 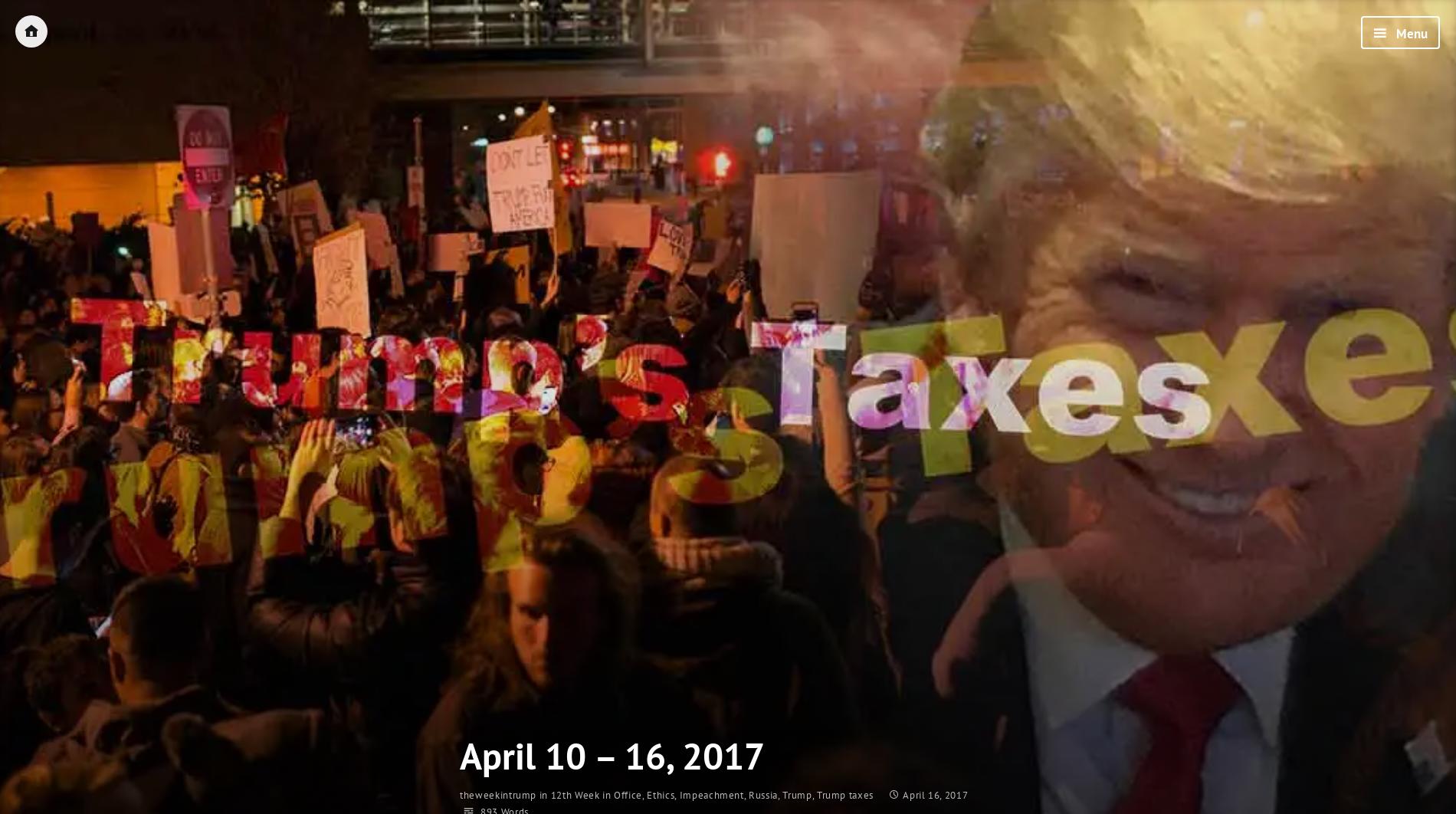 What do you see at coordinates (762, 794) in the screenshot?
I see `'Russia'` at bounding box center [762, 794].